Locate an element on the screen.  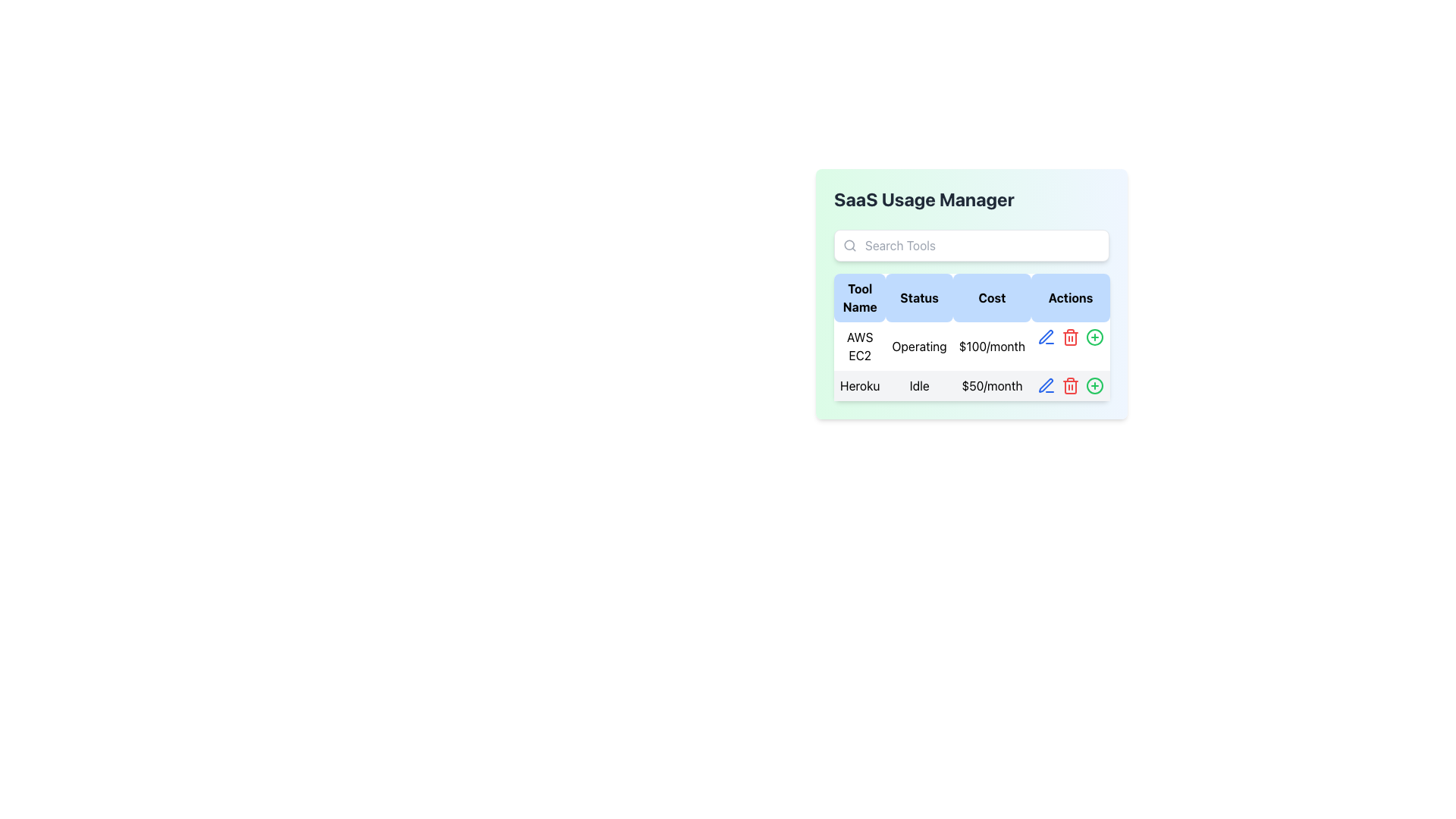
the 'AWS EC2' text label in the 'Tool Name' column of the table is located at coordinates (860, 346).